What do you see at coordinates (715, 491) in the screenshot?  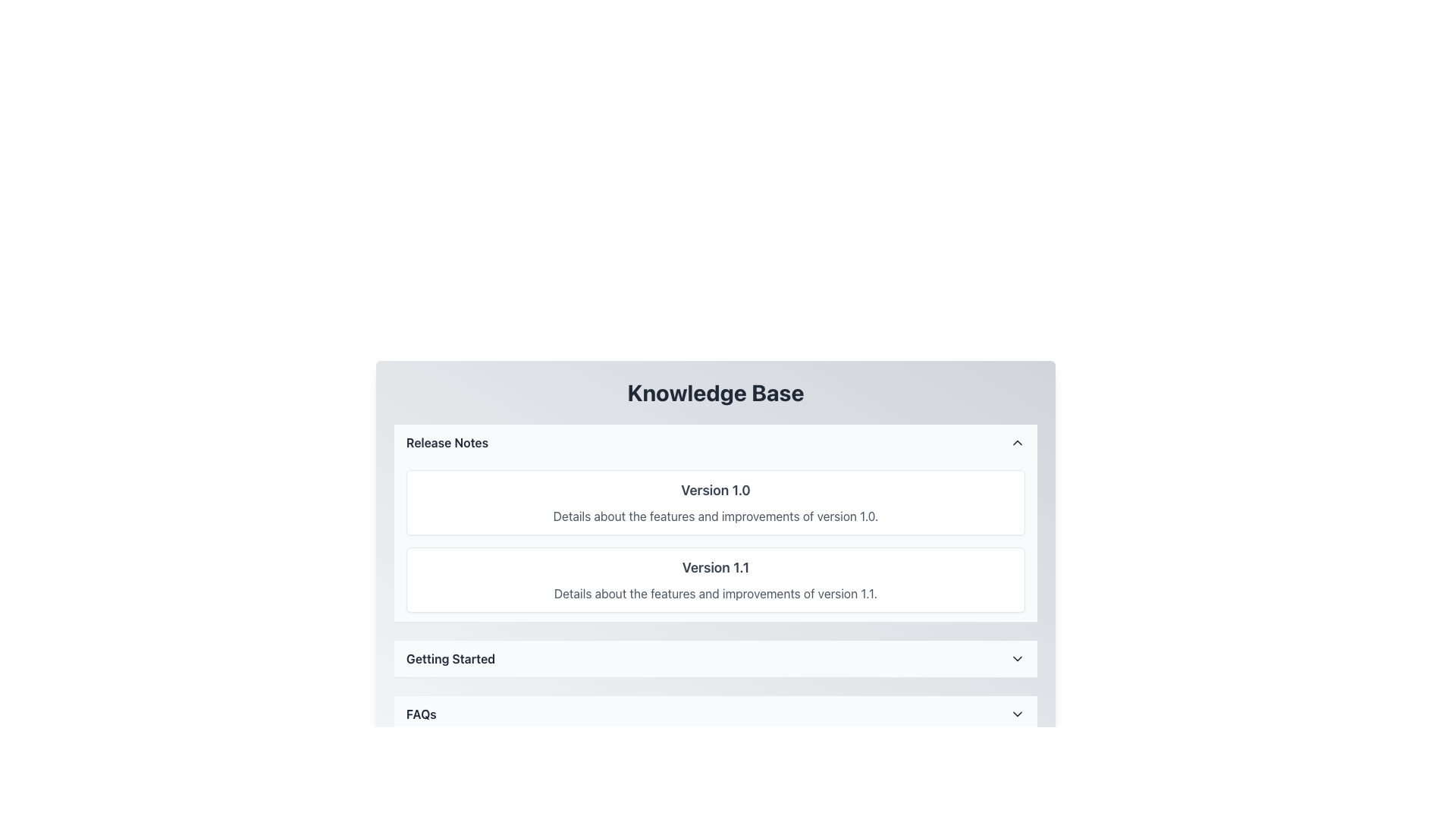 I see `the 'Version 1.0' text label which is displayed in bold, larger font style within the bordered, rounded card in the 'Release Notes' section` at bounding box center [715, 491].